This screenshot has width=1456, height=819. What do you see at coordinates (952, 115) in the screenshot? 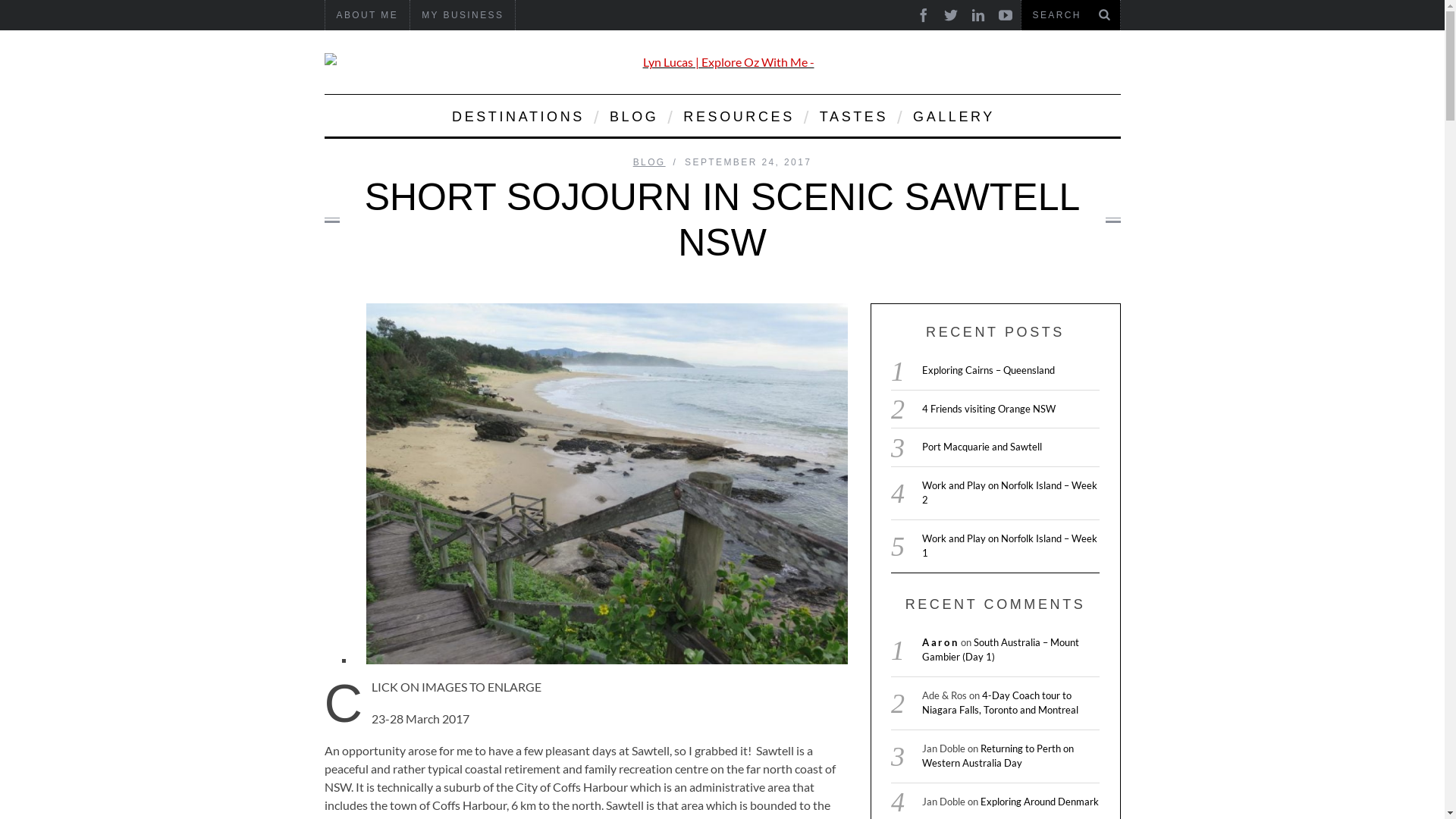
I see `'GALLERY'` at bounding box center [952, 115].